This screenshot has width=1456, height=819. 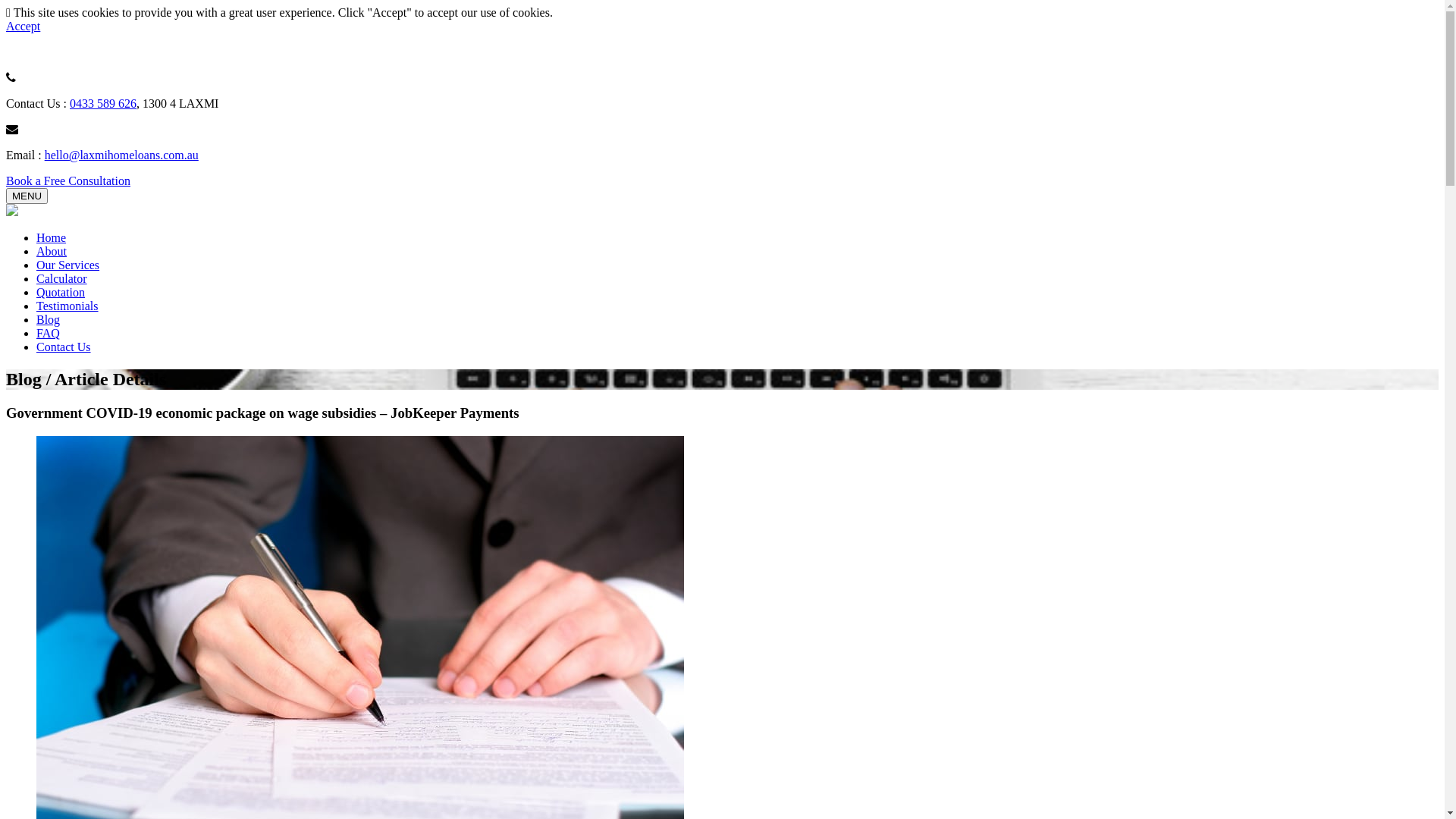 I want to click on 'Home', so click(x=51, y=237).